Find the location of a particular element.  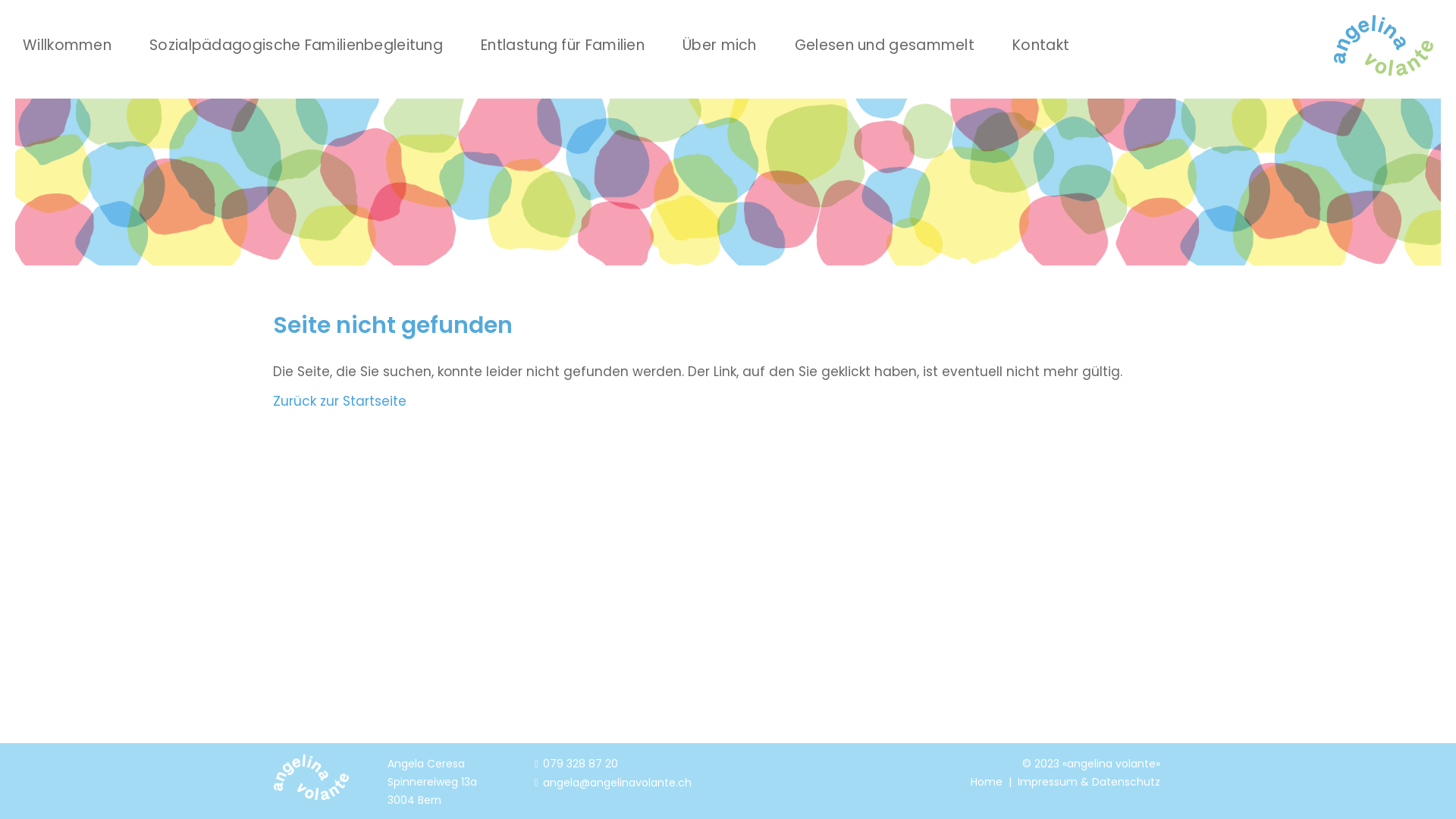

'Home' is located at coordinates (971, 781).